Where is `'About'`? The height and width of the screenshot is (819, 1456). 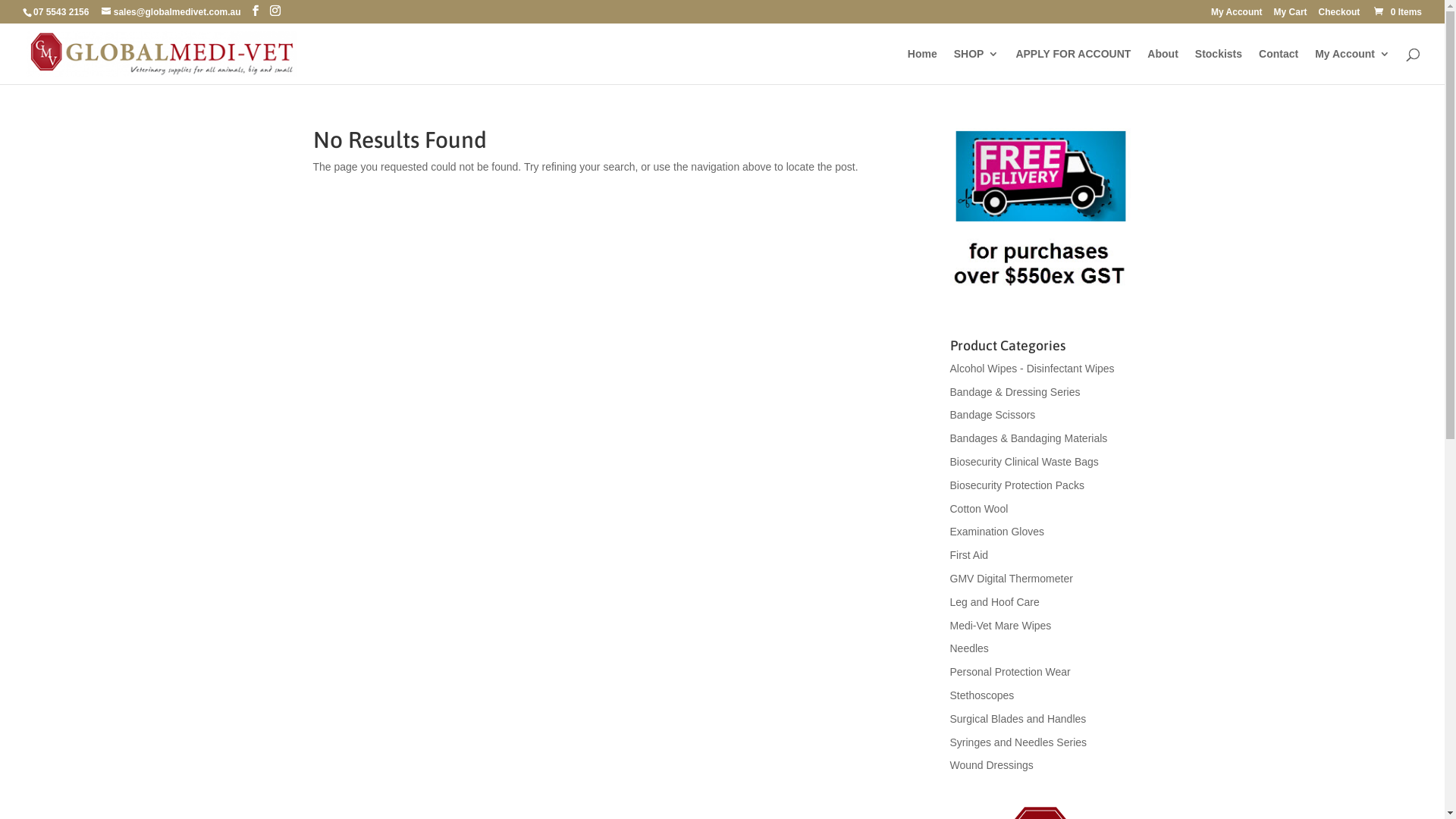 'About' is located at coordinates (1161, 65).